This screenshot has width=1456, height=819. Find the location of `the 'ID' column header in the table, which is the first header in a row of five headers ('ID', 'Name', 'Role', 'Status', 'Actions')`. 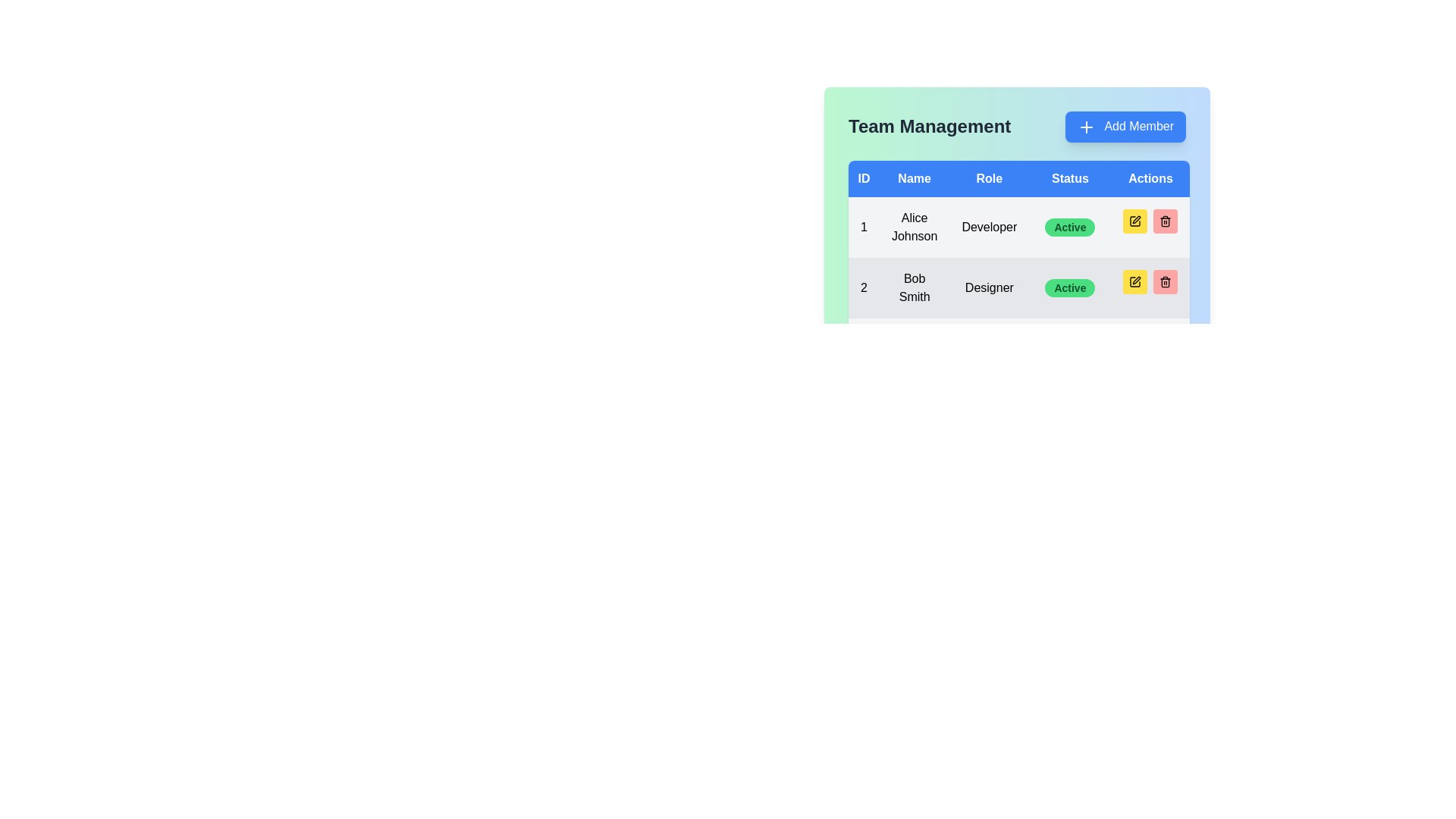

the 'ID' column header in the table, which is the first header in a row of five headers ('ID', 'Name', 'Role', 'Status', 'Actions') is located at coordinates (864, 177).